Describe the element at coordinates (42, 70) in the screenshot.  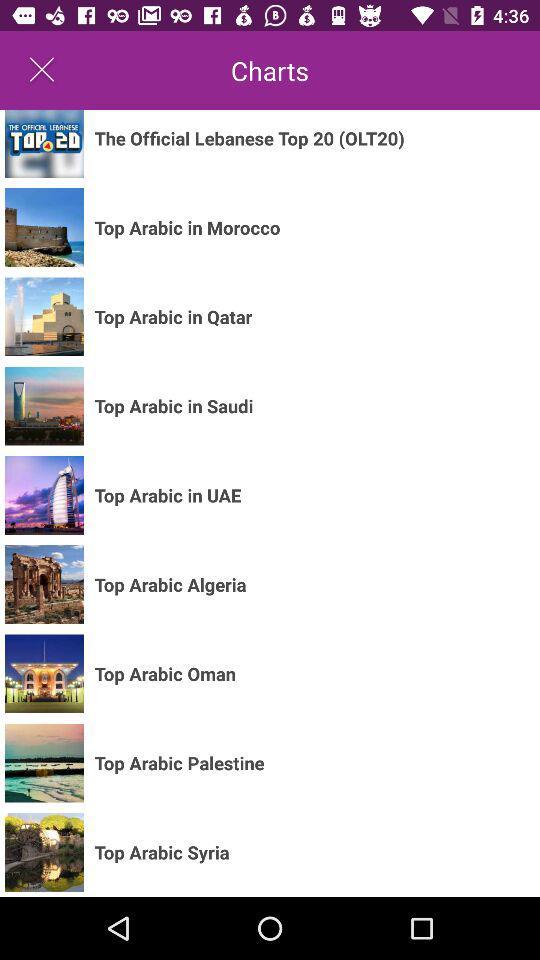
I see `page` at that location.